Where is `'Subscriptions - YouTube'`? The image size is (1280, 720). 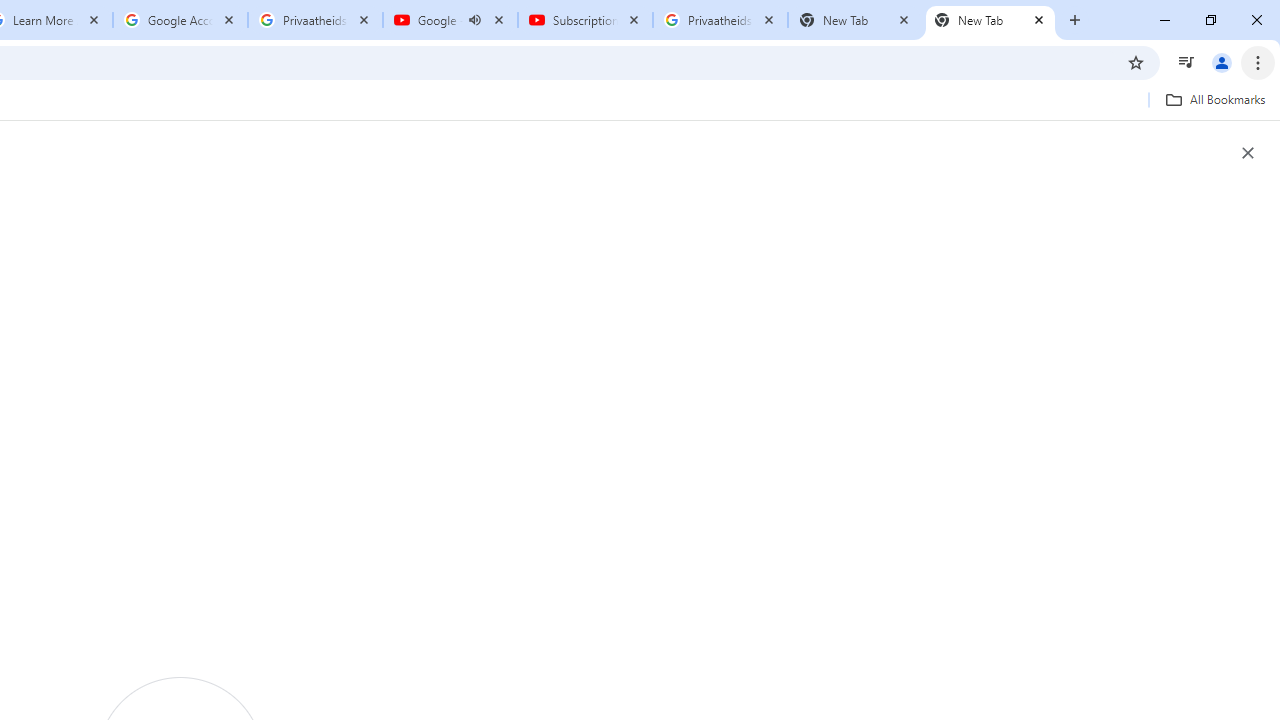
'Subscriptions - YouTube' is located at coordinates (584, 20).